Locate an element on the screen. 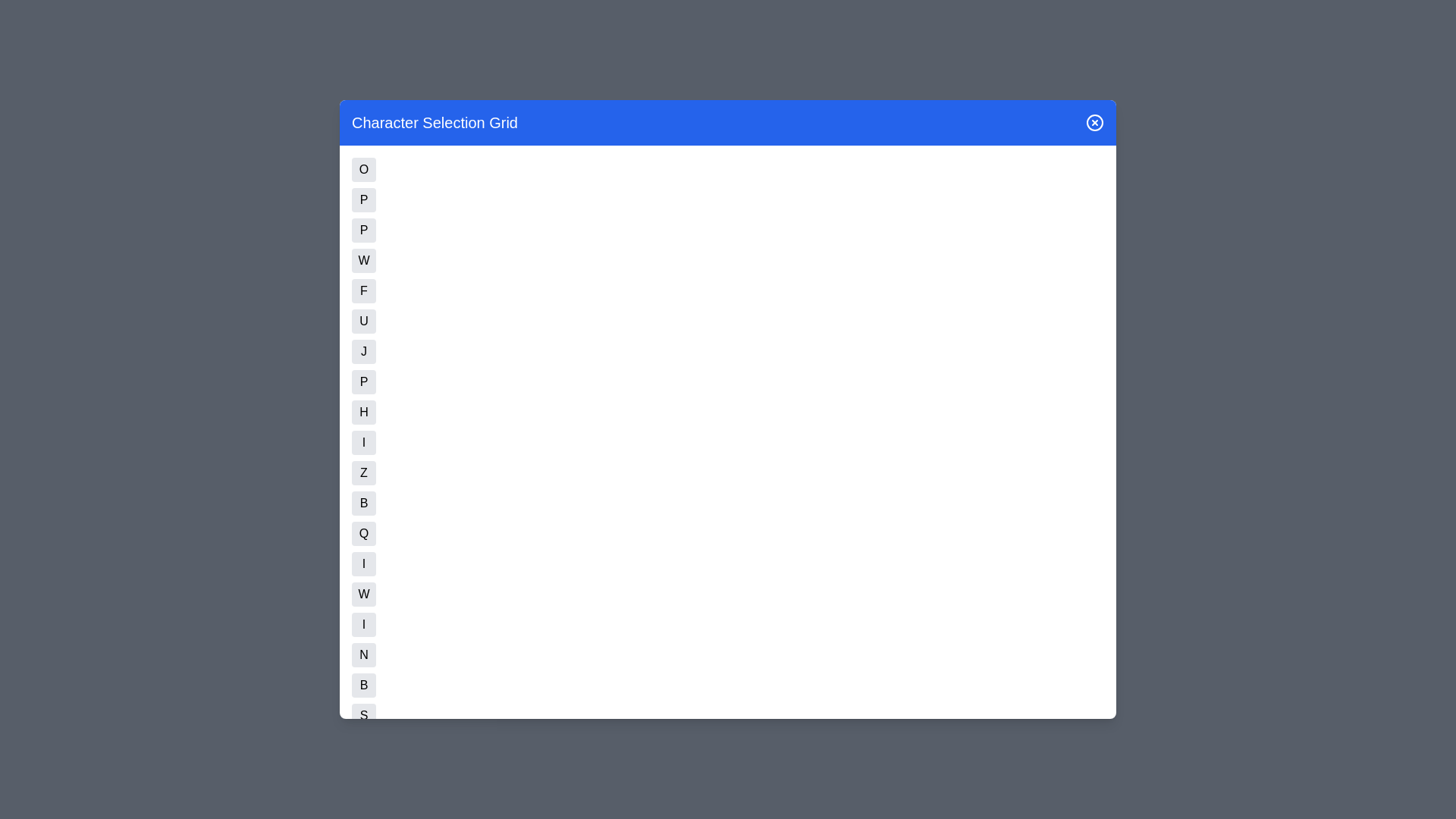  the button corresponding to character O is located at coordinates (364, 169).